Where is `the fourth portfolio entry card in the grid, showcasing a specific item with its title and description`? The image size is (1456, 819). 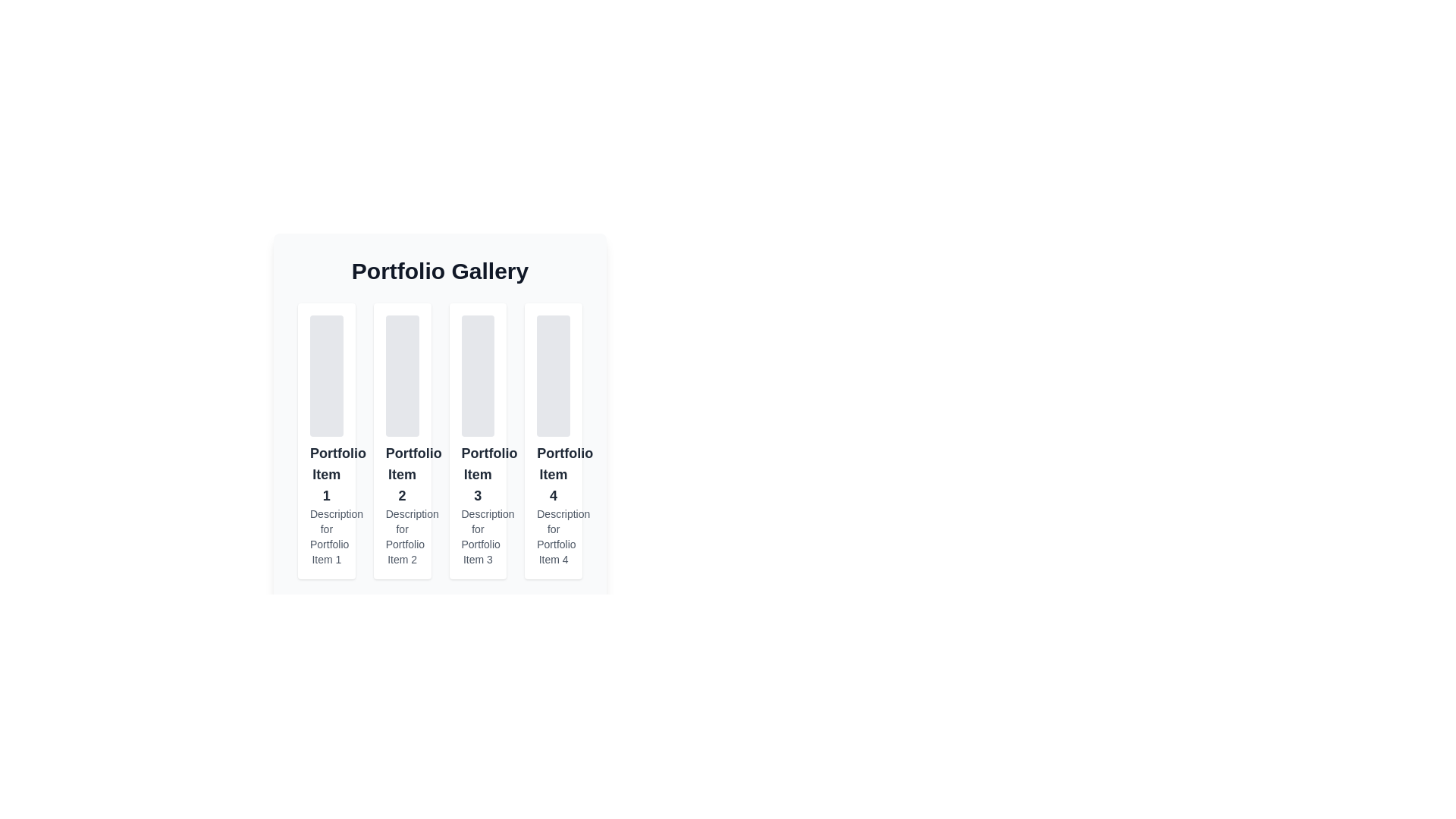
the fourth portfolio entry card in the grid, showcasing a specific item with its title and description is located at coordinates (553, 441).